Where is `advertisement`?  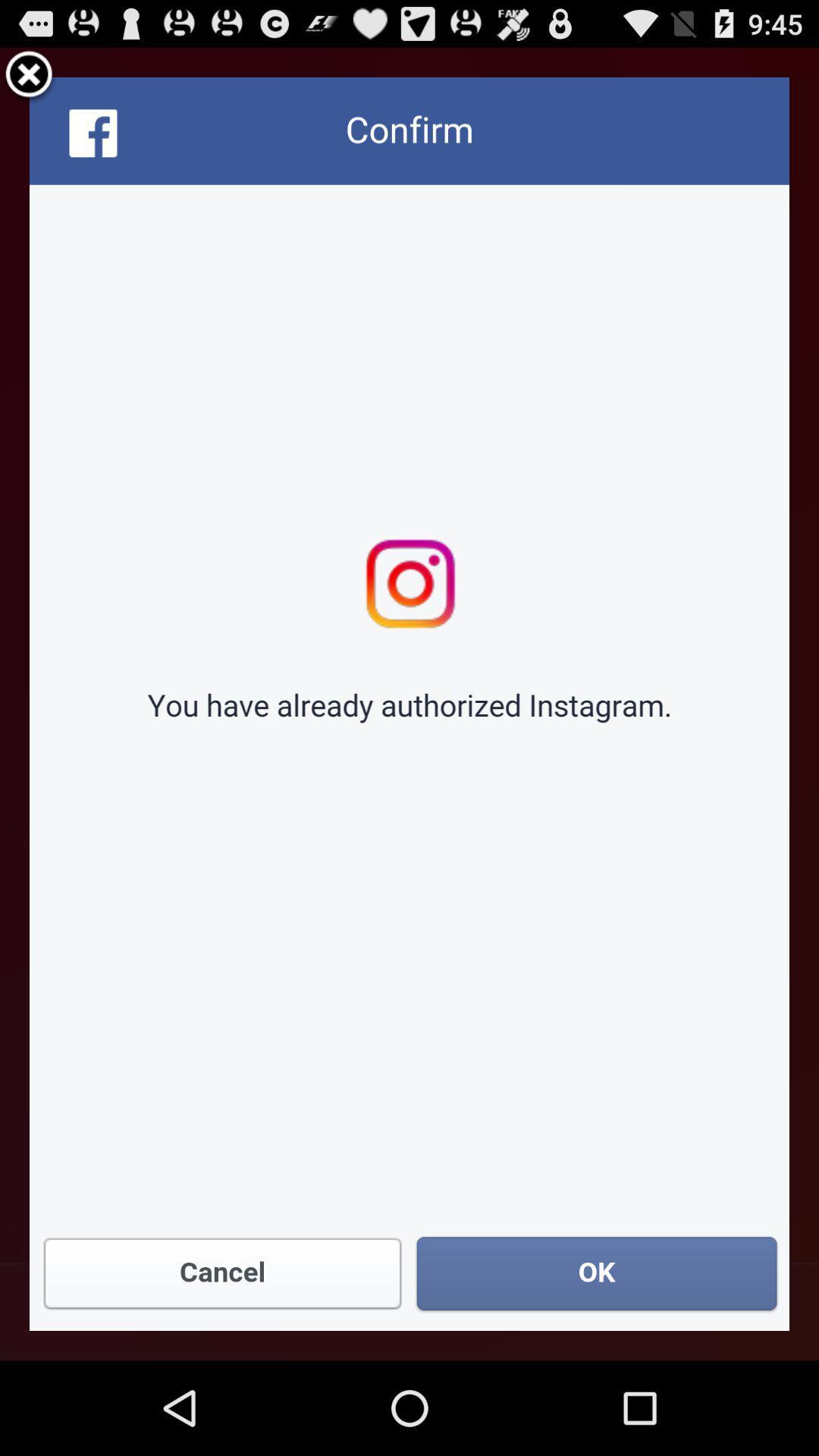 advertisement is located at coordinates (409, 703).